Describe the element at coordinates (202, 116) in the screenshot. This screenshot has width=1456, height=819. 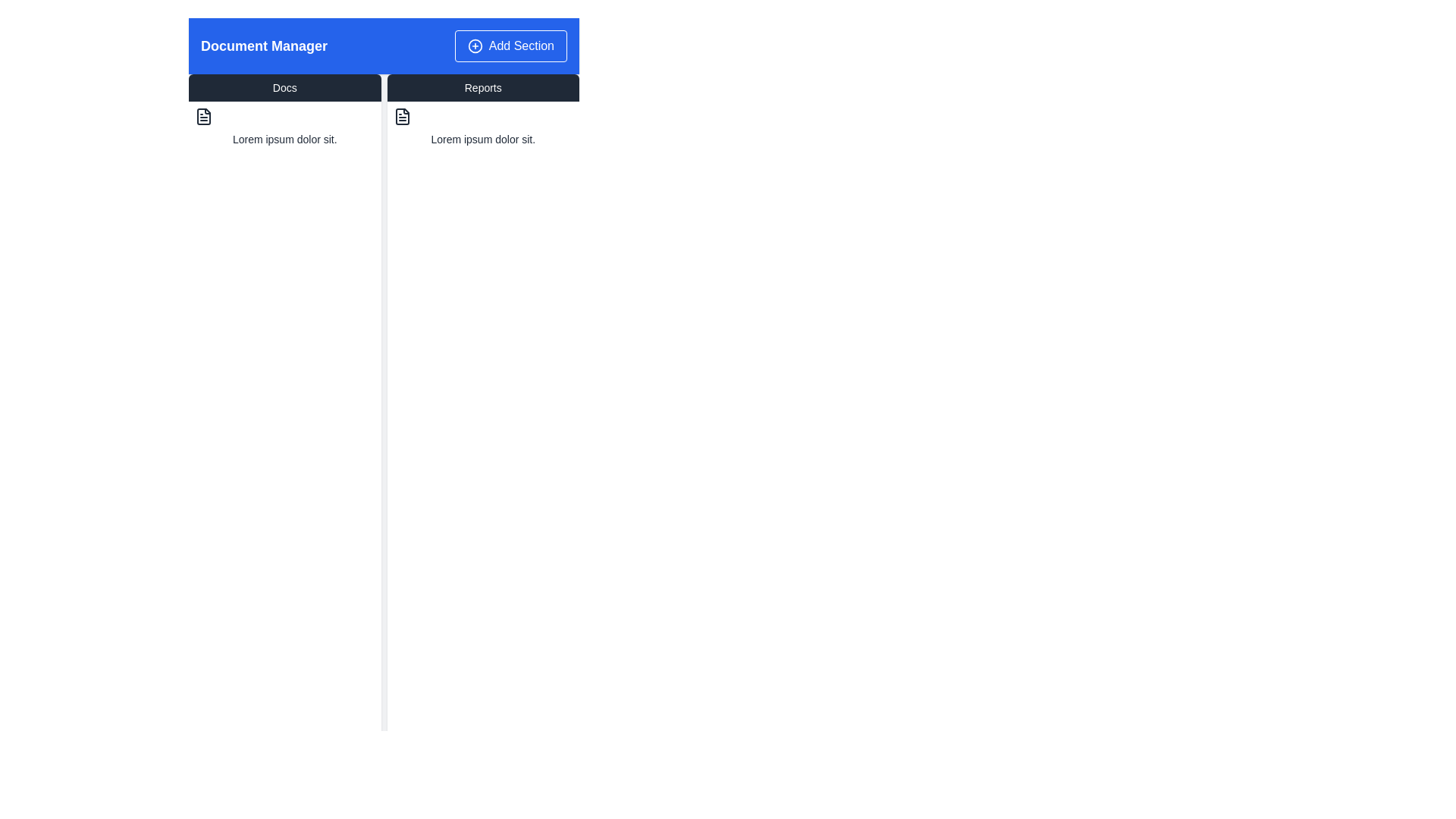
I see `the icon representing the file type associated with the adjacent text content in the 'Docs' section under the 'Document Manager' heading` at that location.